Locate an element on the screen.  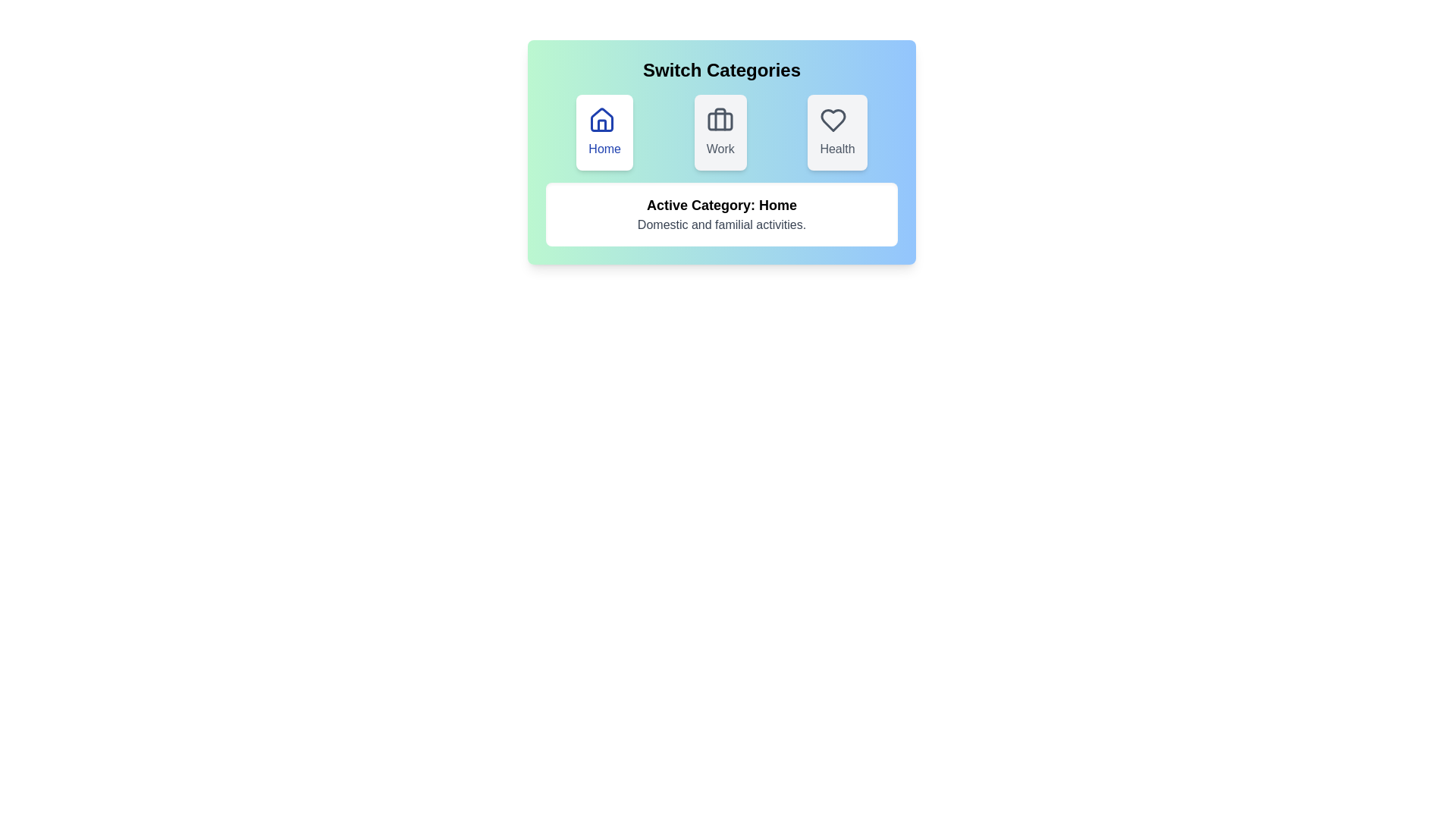
the category button corresponding to Work is located at coordinates (720, 131).